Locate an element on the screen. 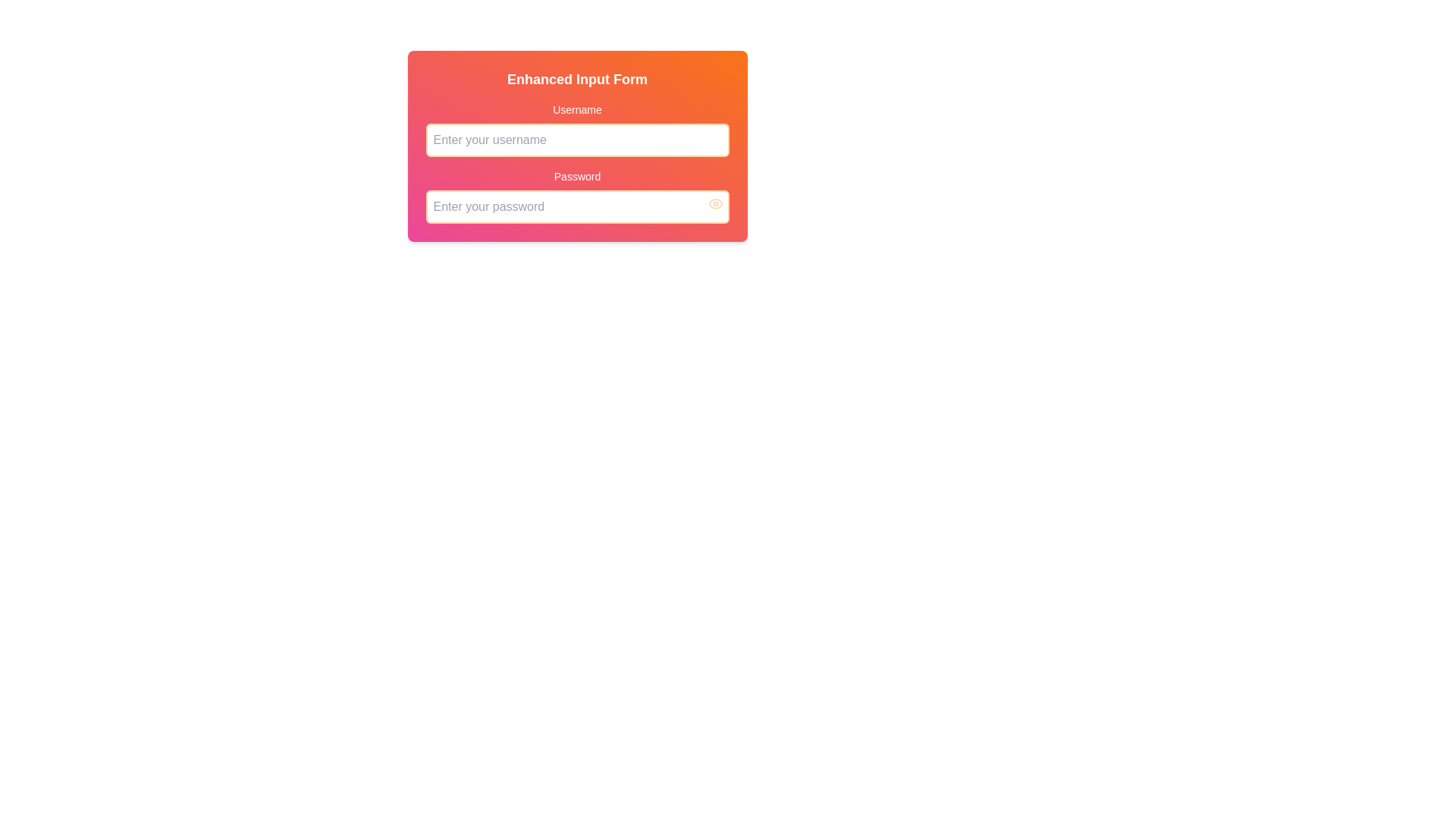 The height and width of the screenshot is (819, 1456). the visibility toggle button located at the top-right corner of the password input field to switch the input from obscured dots to plaintext or vice versa is located at coordinates (714, 203).